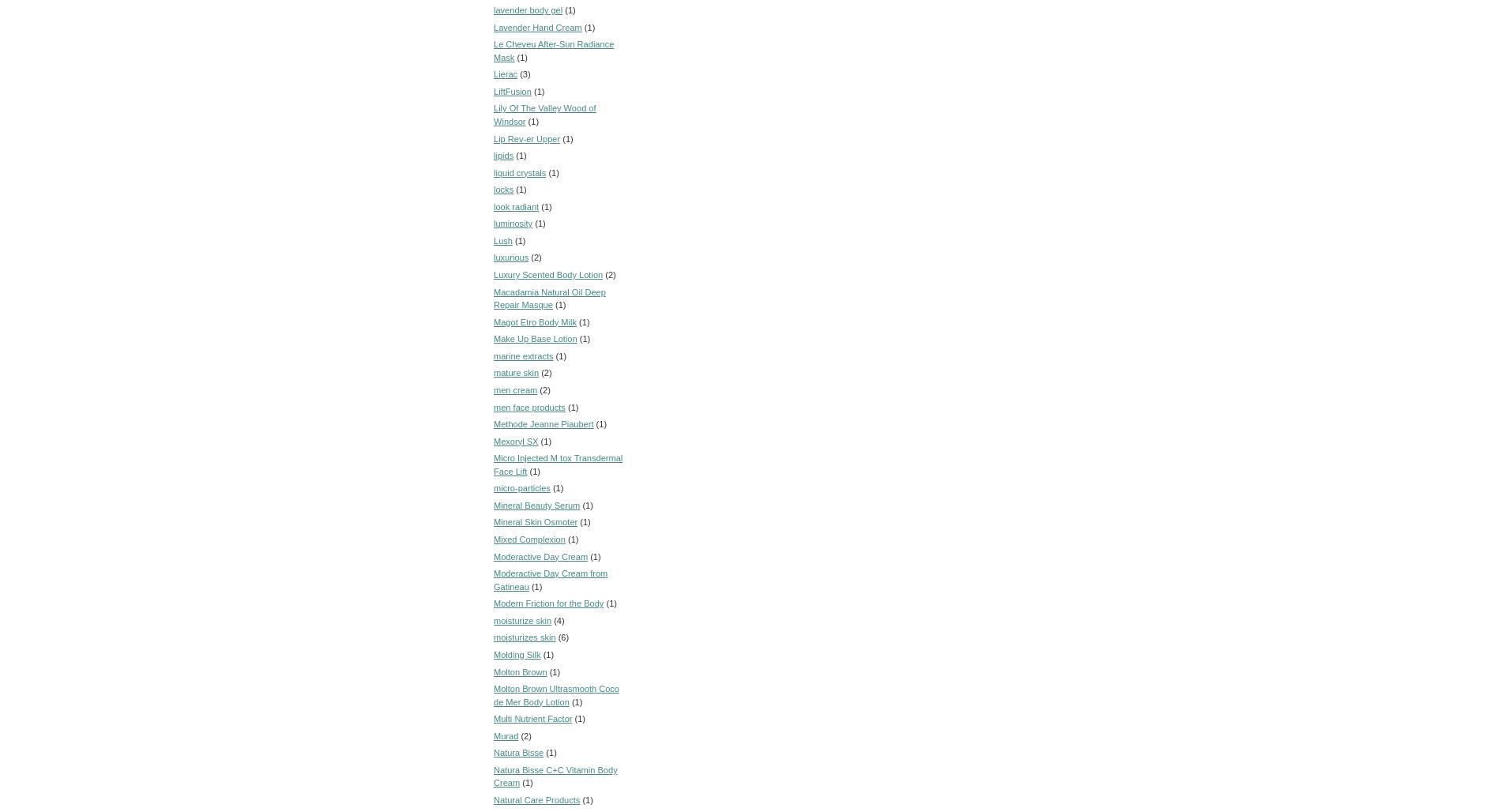 This screenshot has height=812, width=1501. Describe the element at coordinates (555, 775) in the screenshot. I see `'Natura Bisse C+C Vitamin Body Cream'` at that location.